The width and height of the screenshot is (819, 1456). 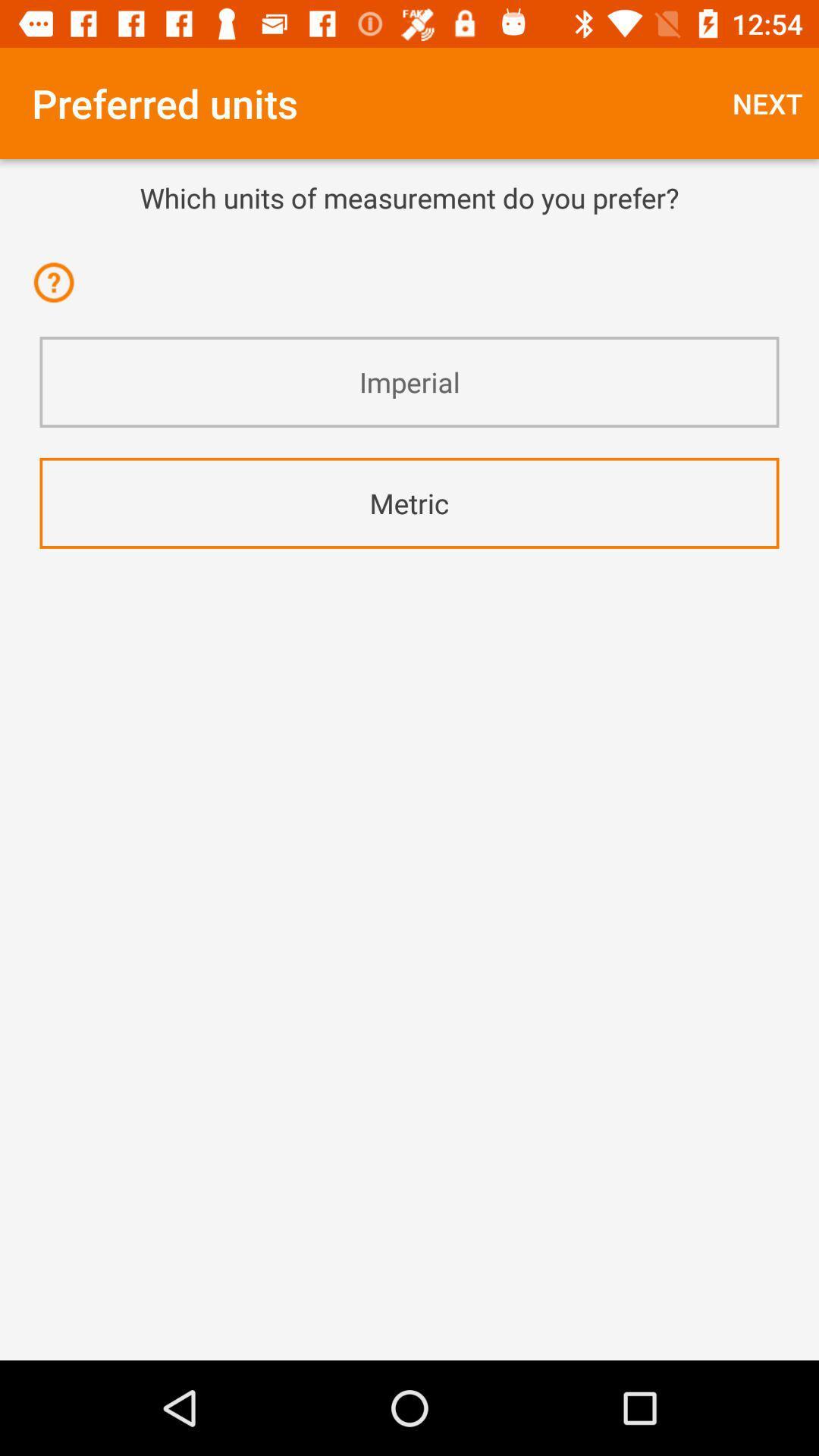 What do you see at coordinates (409, 382) in the screenshot?
I see `the icon above the metric icon` at bounding box center [409, 382].